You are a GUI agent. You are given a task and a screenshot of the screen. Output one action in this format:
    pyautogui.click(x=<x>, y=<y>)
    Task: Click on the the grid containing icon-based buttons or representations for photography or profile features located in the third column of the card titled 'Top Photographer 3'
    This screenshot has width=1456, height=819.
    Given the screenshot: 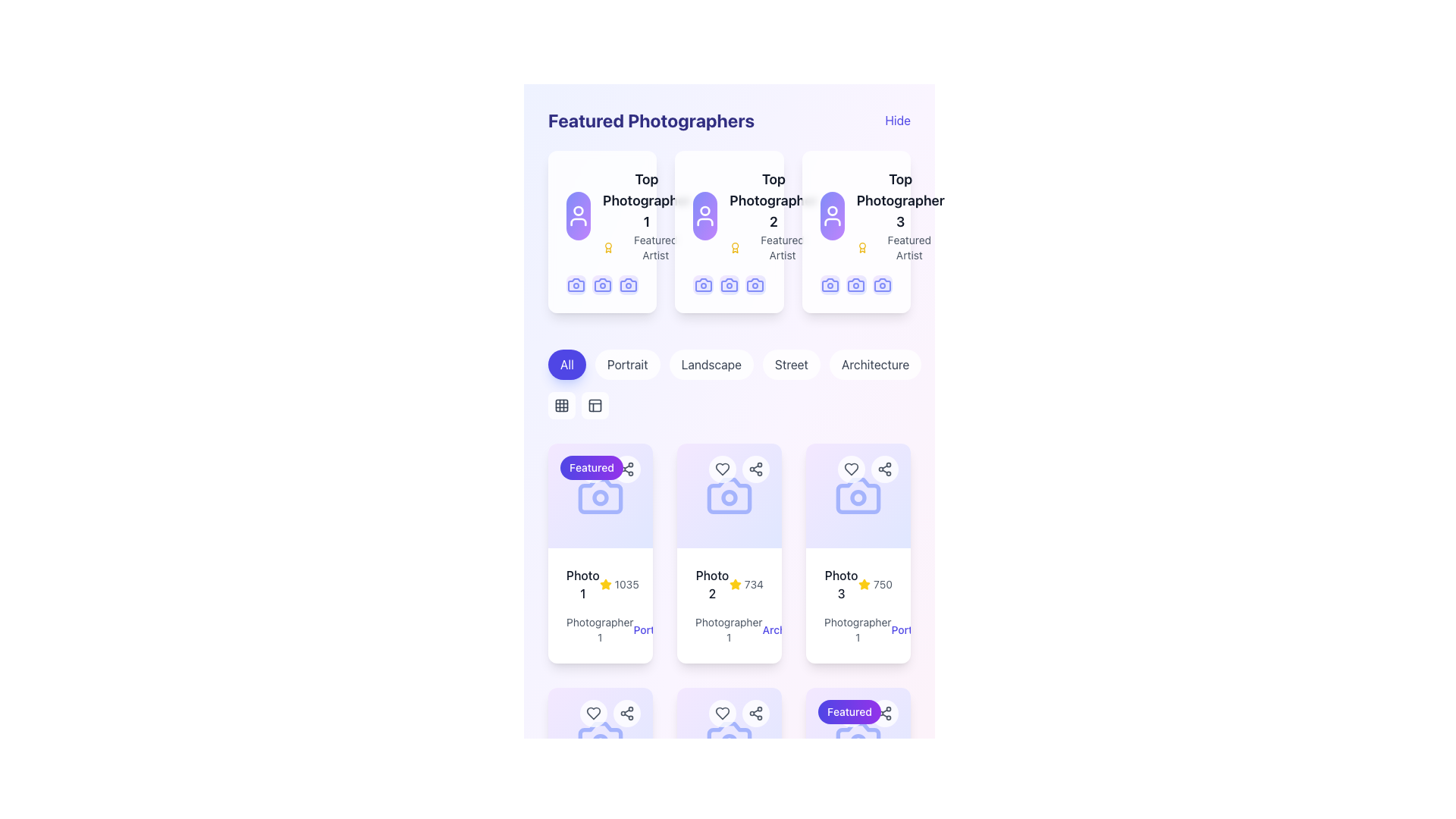 What is the action you would take?
    pyautogui.click(x=856, y=285)
    